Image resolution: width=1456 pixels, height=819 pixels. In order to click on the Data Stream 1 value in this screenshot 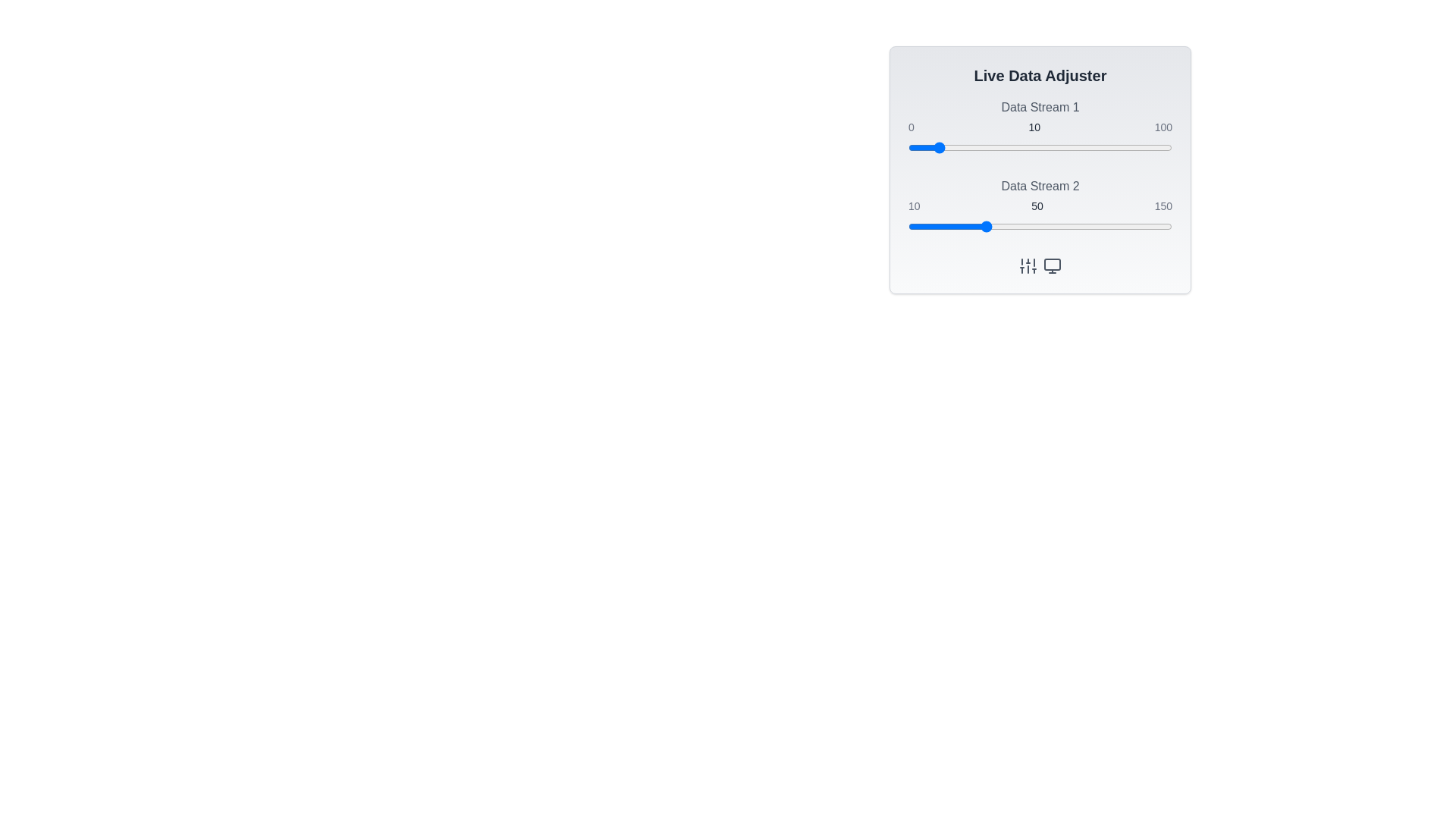, I will do `click(1003, 148)`.